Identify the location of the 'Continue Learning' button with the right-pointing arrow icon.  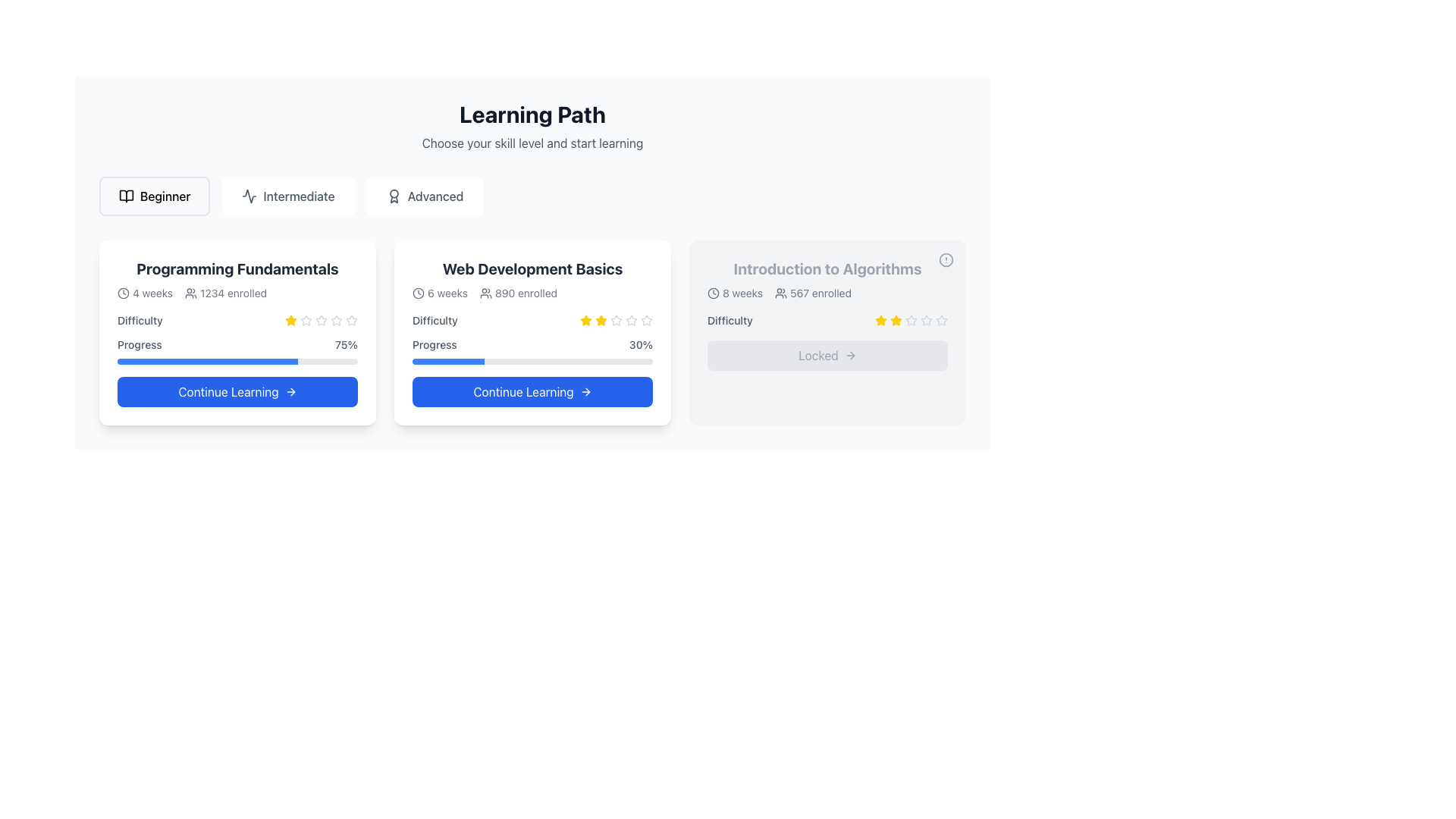
(532, 391).